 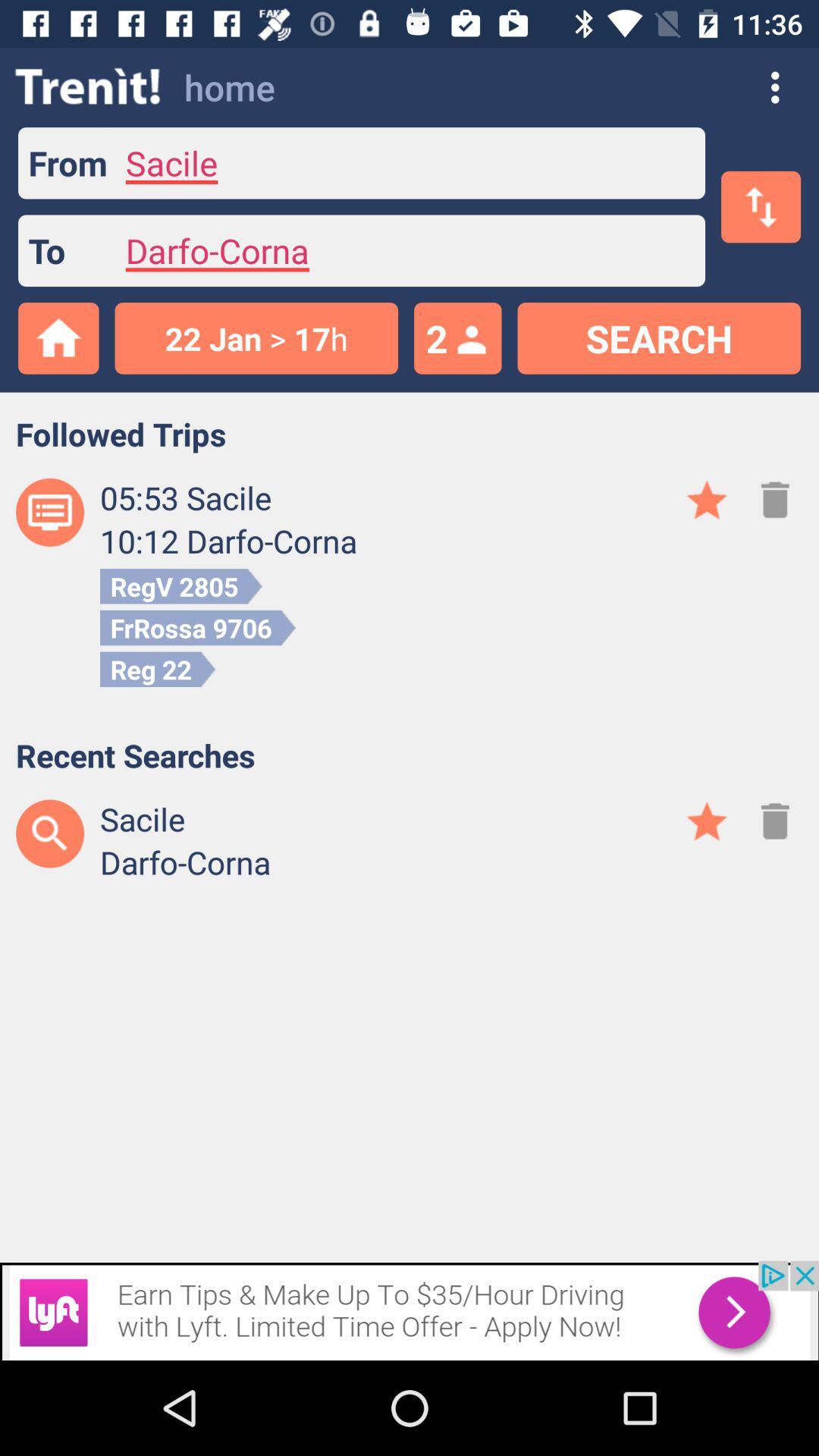 I want to click on the swap icon, so click(x=761, y=206).